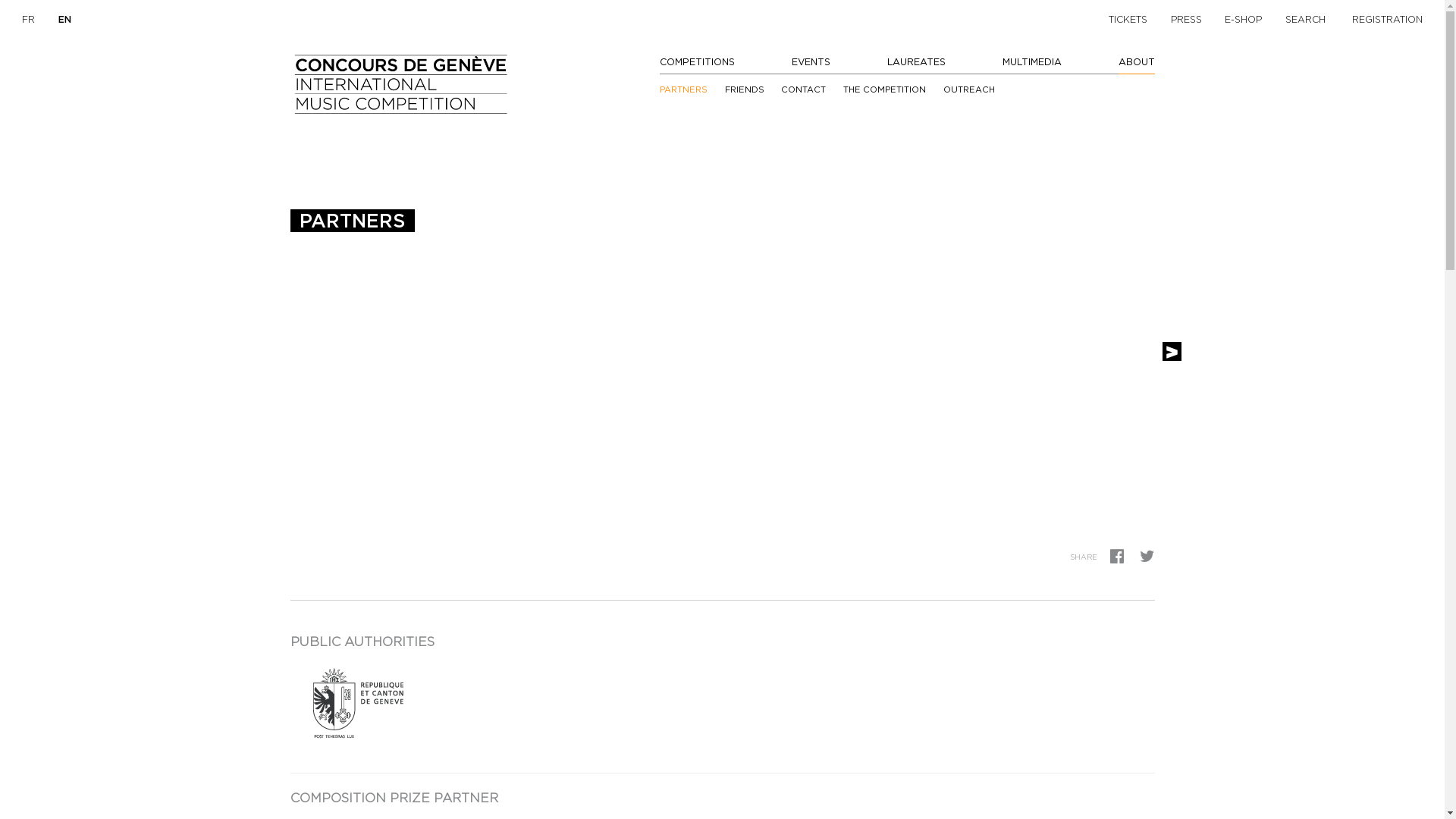  Describe the element at coordinates (28, 19) in the screenshot. I see `'FR'` at that location.